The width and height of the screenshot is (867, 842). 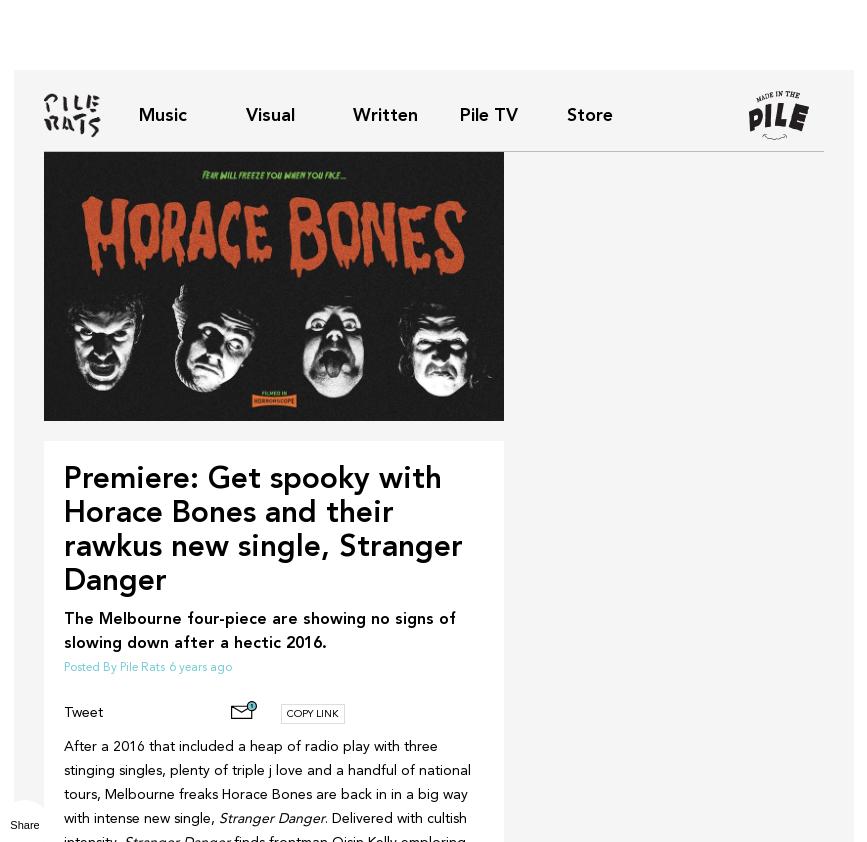 I want to click on 'The Melbourne four-piece are showing no signs of slowing down after a hectic 2016.', so click(x=258, y=629).